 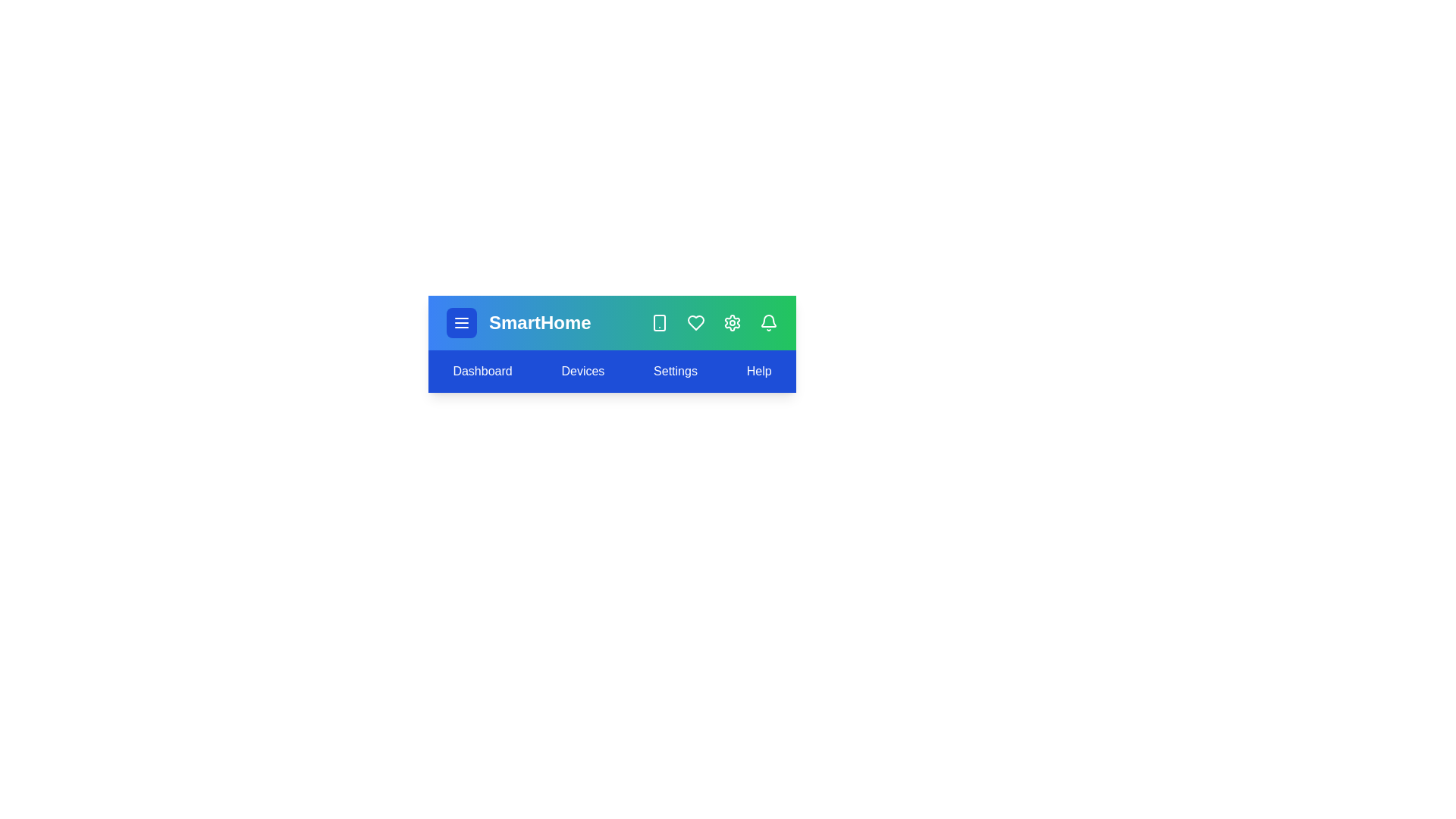 I want to click on menu toggle button to toggle the menu visibility, so click(x=461, y=322).